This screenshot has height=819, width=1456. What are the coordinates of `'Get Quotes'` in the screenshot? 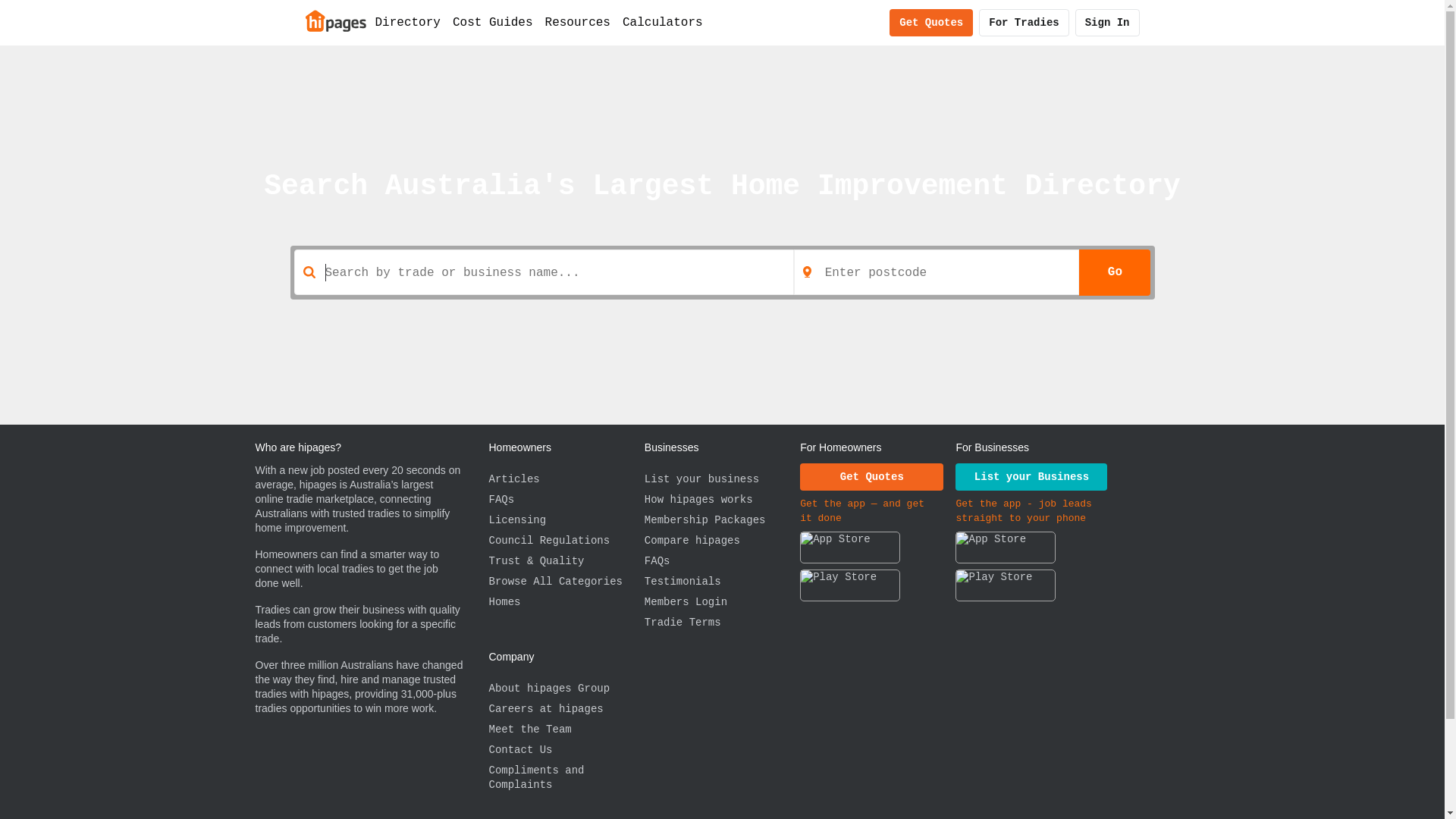 It's located at (930, 23).